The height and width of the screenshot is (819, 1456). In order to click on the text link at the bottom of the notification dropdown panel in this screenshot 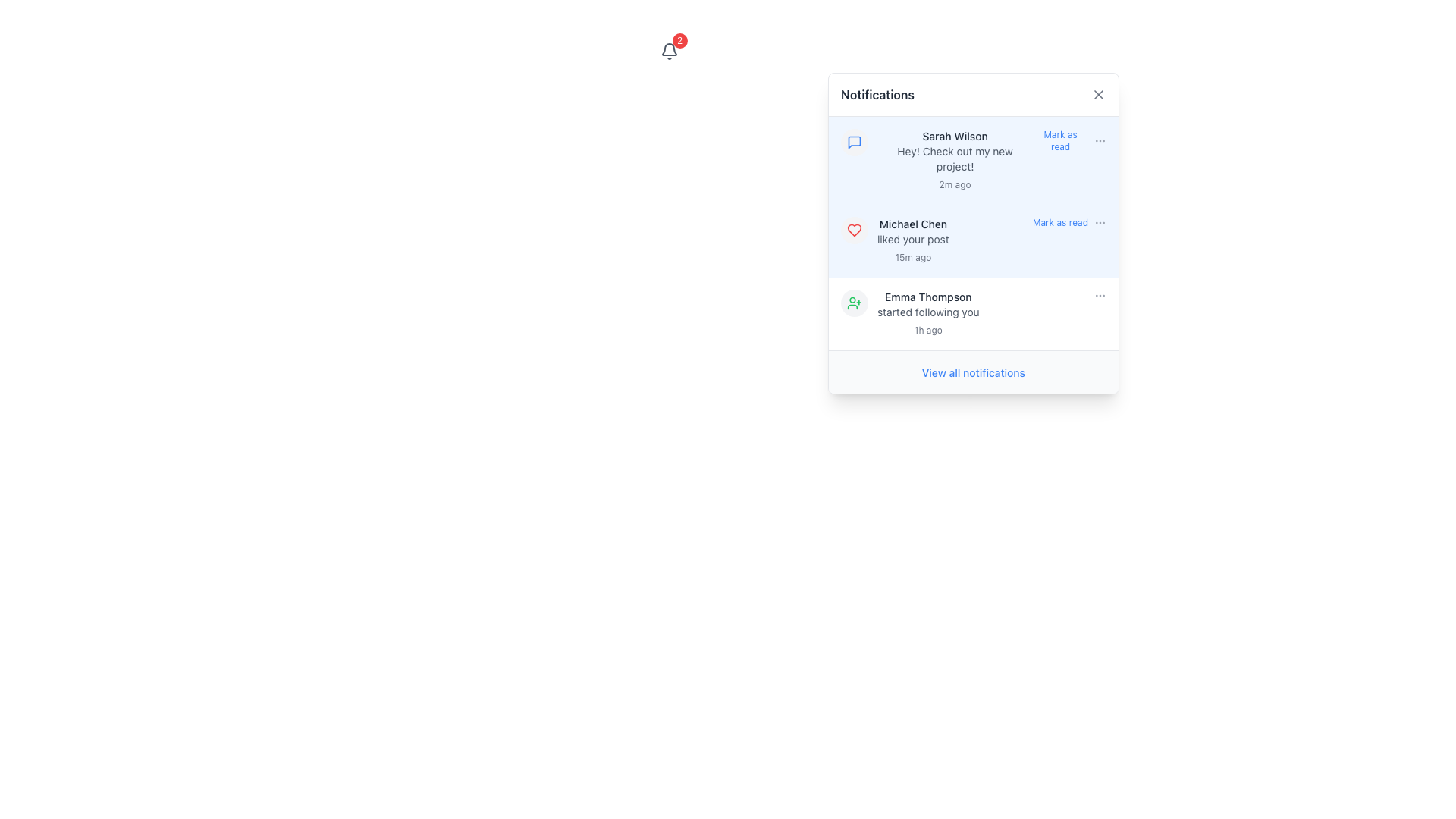, I will do `click(973, 372)`.